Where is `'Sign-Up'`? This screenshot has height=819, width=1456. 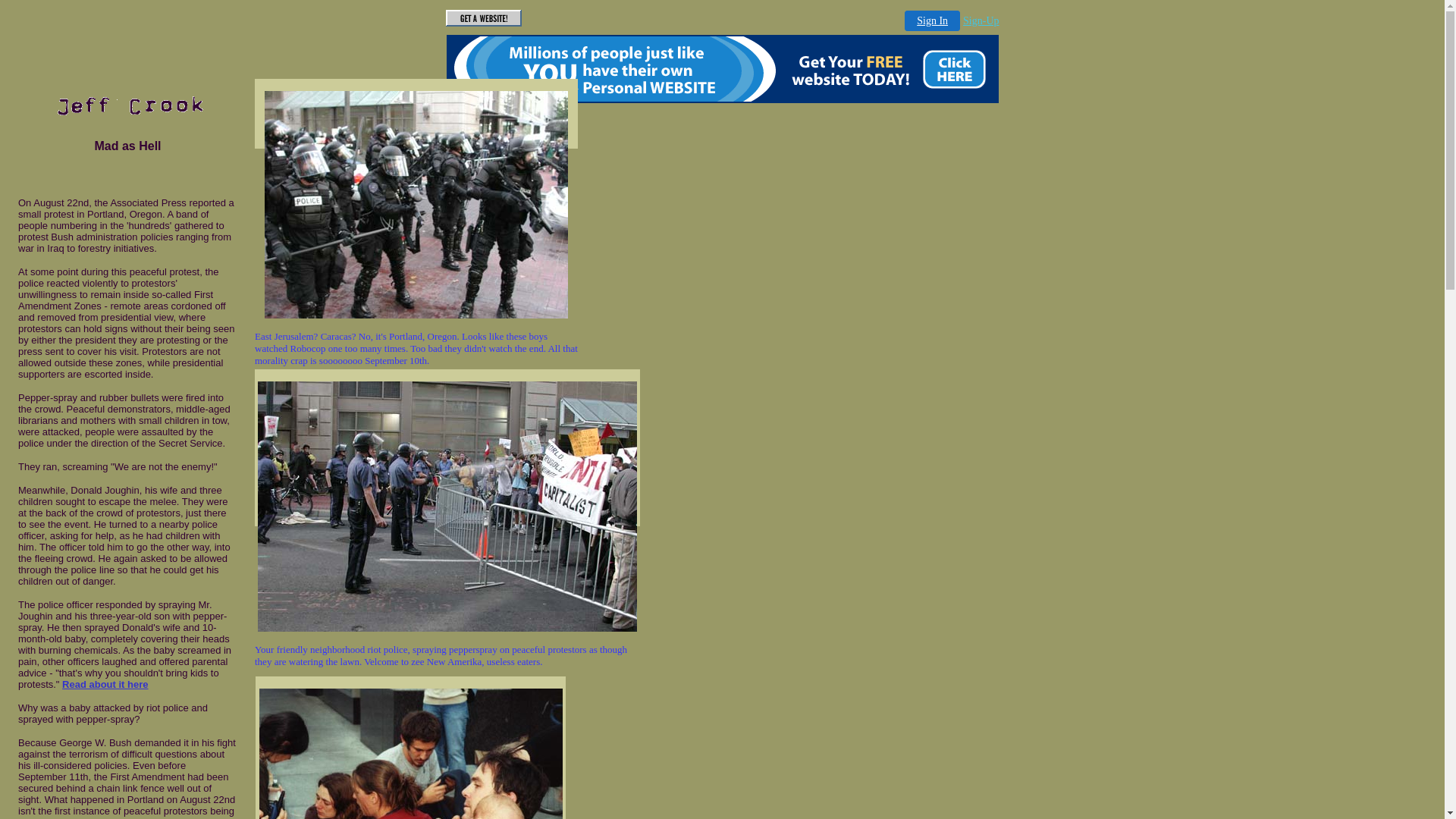
'Sign-Up' is located at coordinates (981, 20).